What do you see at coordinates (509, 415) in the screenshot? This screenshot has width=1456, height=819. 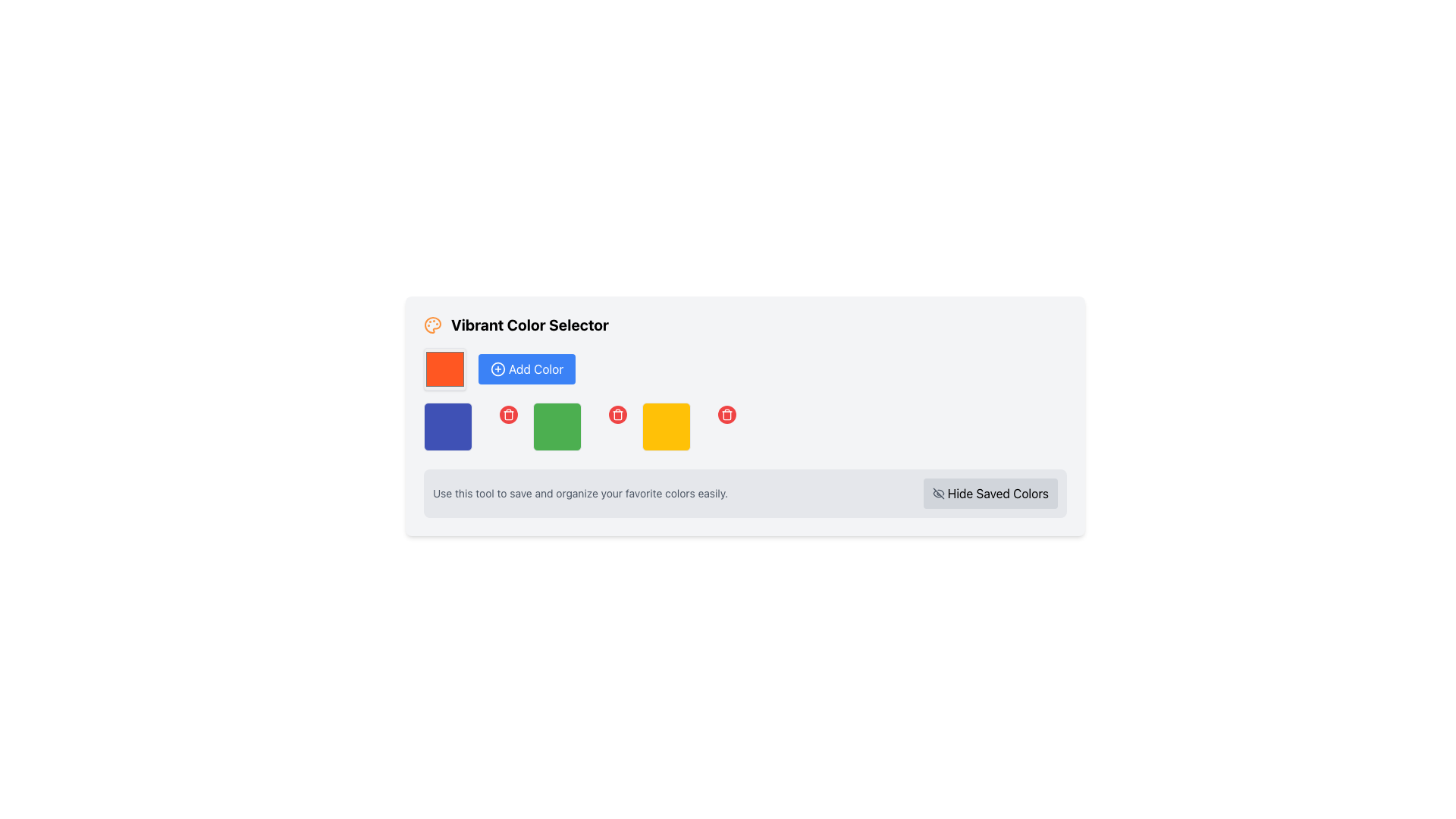 I see `the small, circular red button with a trash icon located to the top-right of the square color tile in the 'Vibrant Color Selector' section` at bounding box center [509, 415].